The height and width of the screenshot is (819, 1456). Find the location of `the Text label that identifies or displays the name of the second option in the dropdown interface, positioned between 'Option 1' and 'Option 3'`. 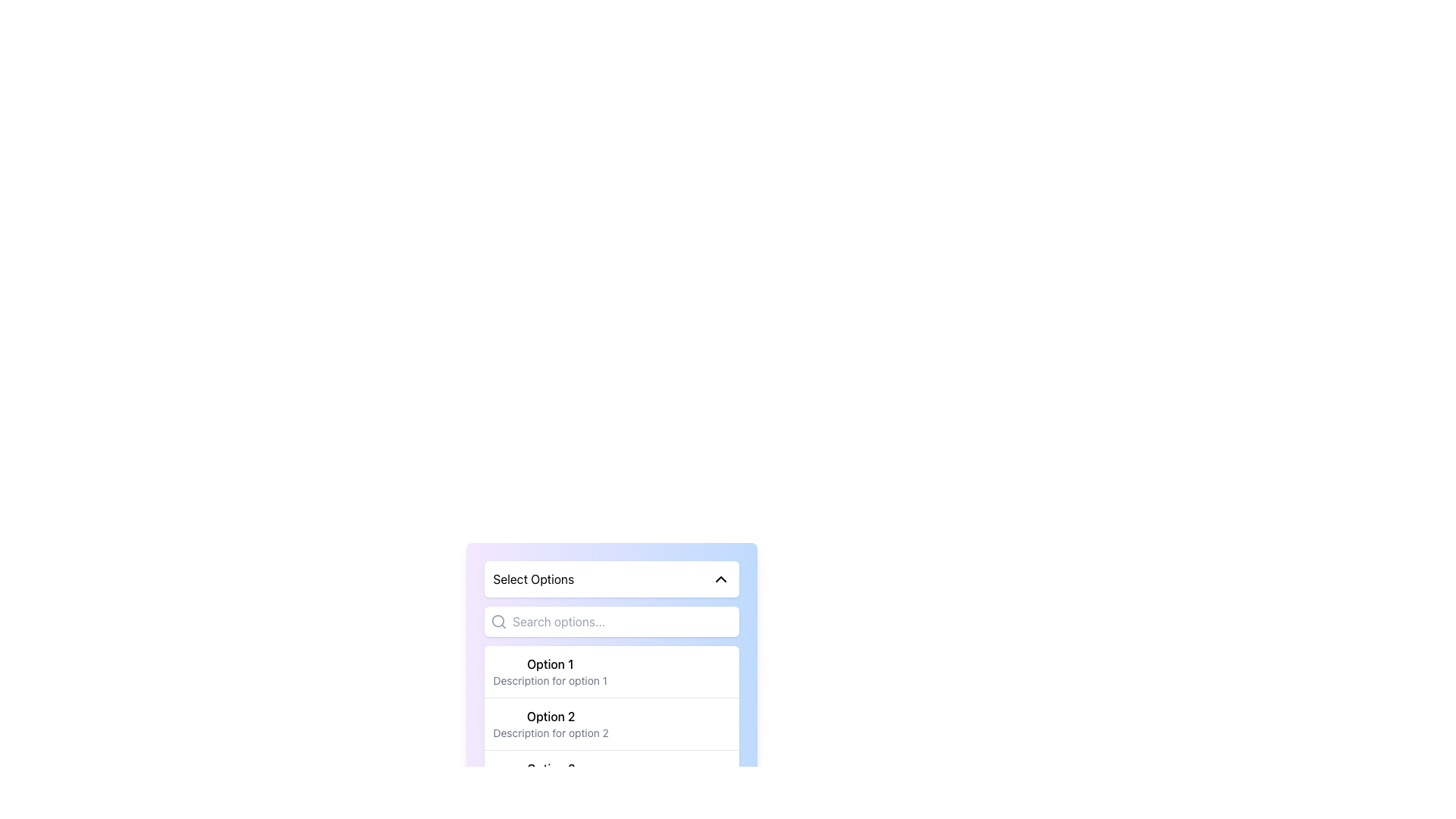

the Text label that identifies or displays the name of the second option in the dropdown interface, positioned between 'Option 1' and 'Option 3' is located at coordinates (550, 717).